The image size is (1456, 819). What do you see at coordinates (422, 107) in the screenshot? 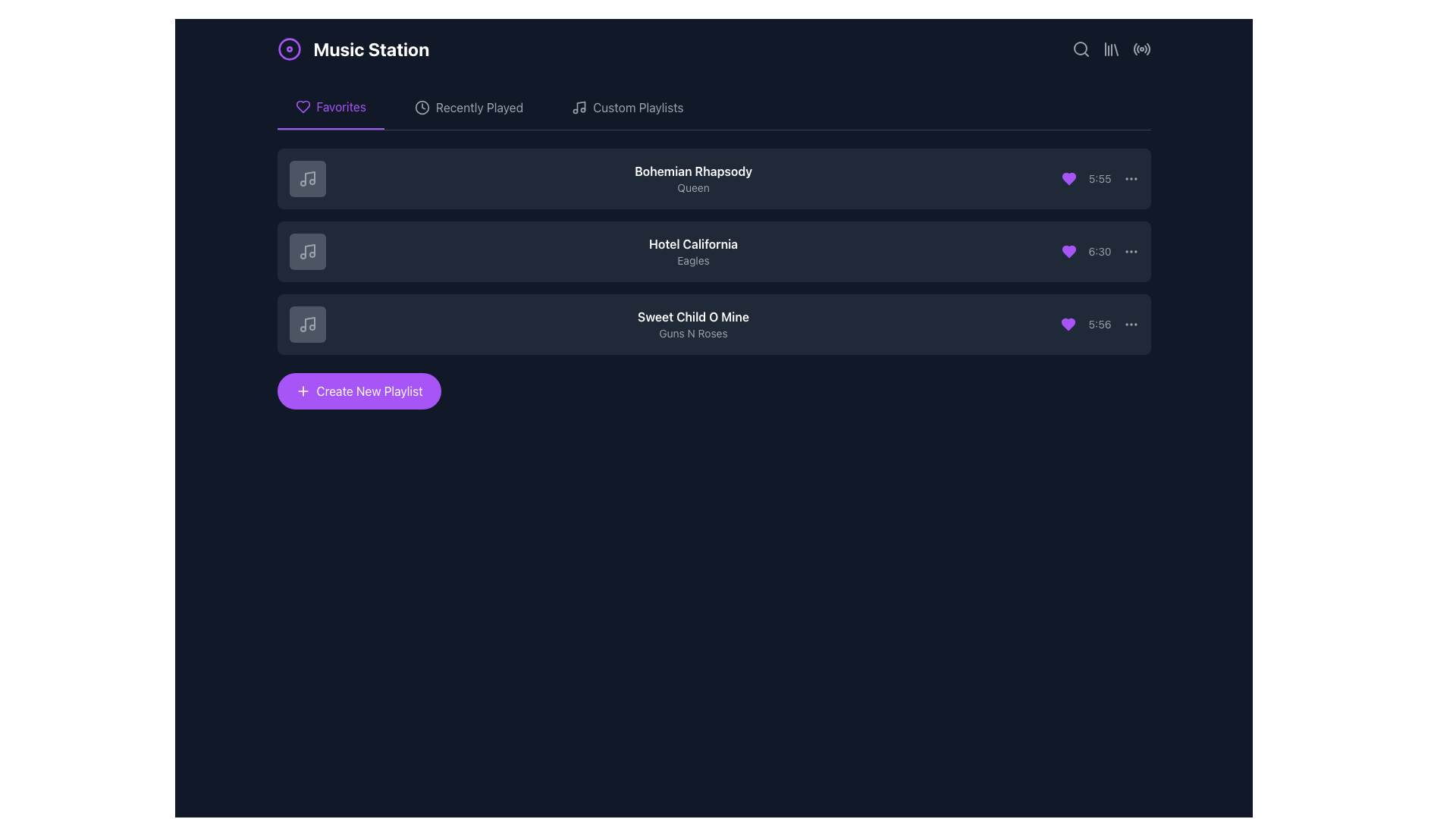
I see `the circular SVG shape of the clock face icon located in the 'Recently Played' tab in the navigation bar` at bounding box center [422, 107].